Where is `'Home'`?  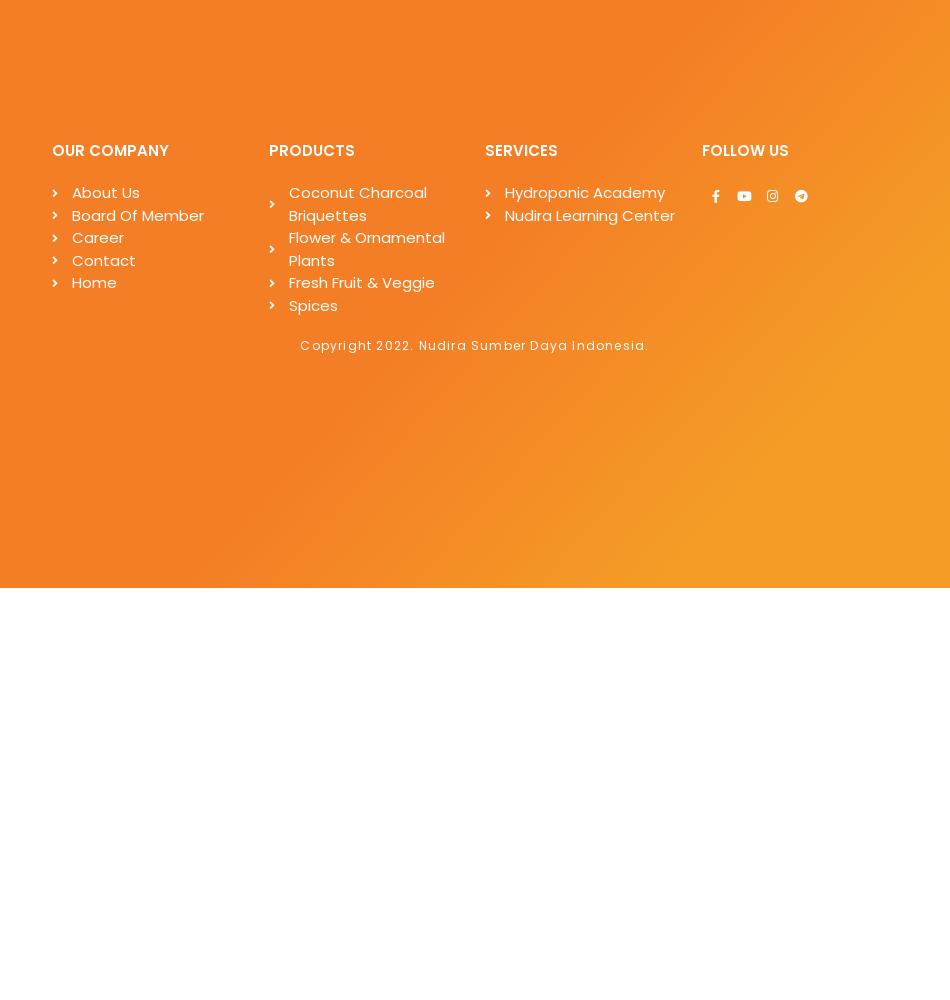 'Home' is located at coordinates (94, 282).